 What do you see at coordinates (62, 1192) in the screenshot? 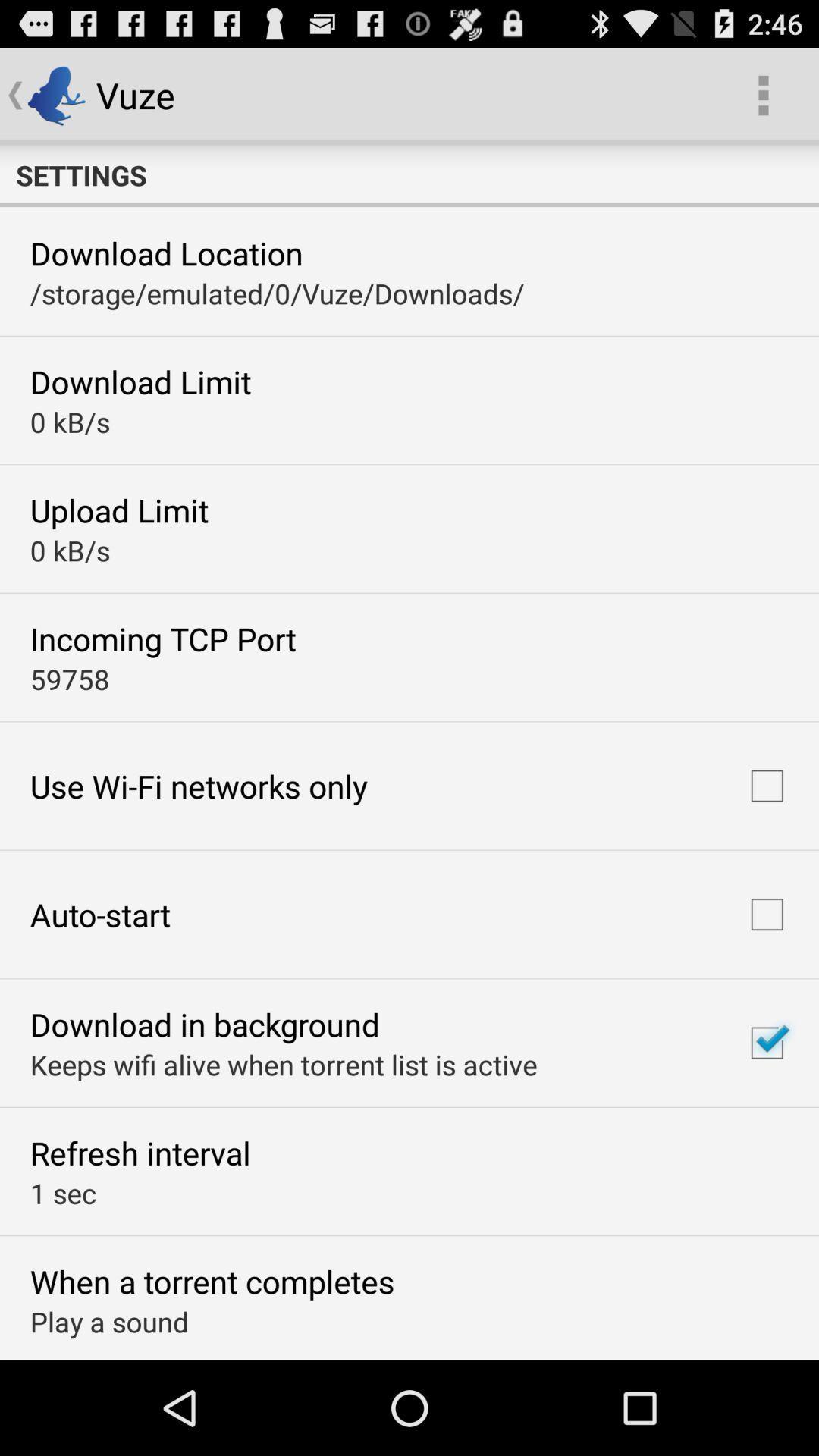
I see `the 1 sec icon` at bounding box center [62, 1192].